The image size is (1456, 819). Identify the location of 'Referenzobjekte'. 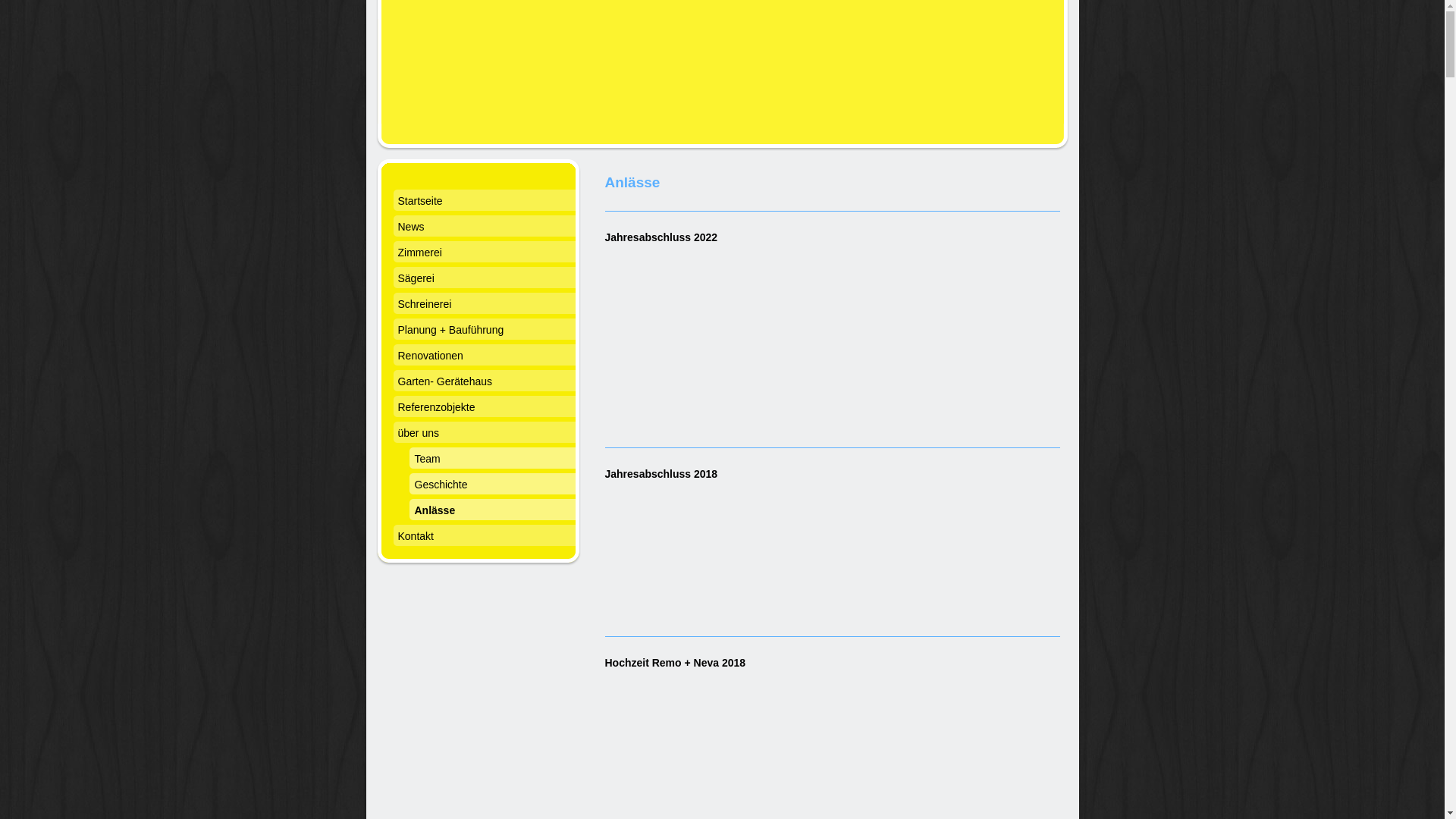
(483, 408).